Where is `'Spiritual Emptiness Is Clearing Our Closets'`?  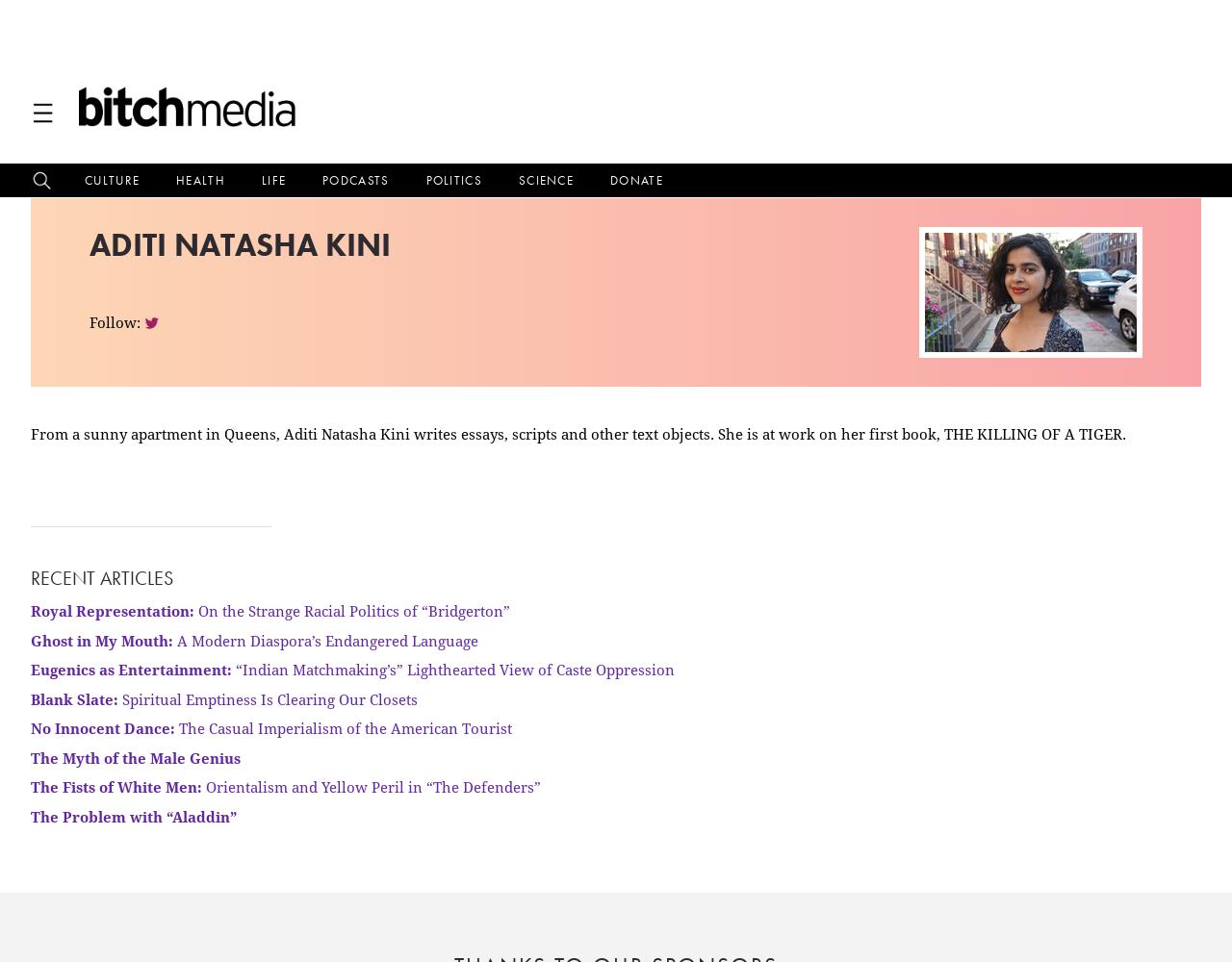
'Spiritual Emptiness Is Clearing Our Closets' is located at coordinates (267, 697).